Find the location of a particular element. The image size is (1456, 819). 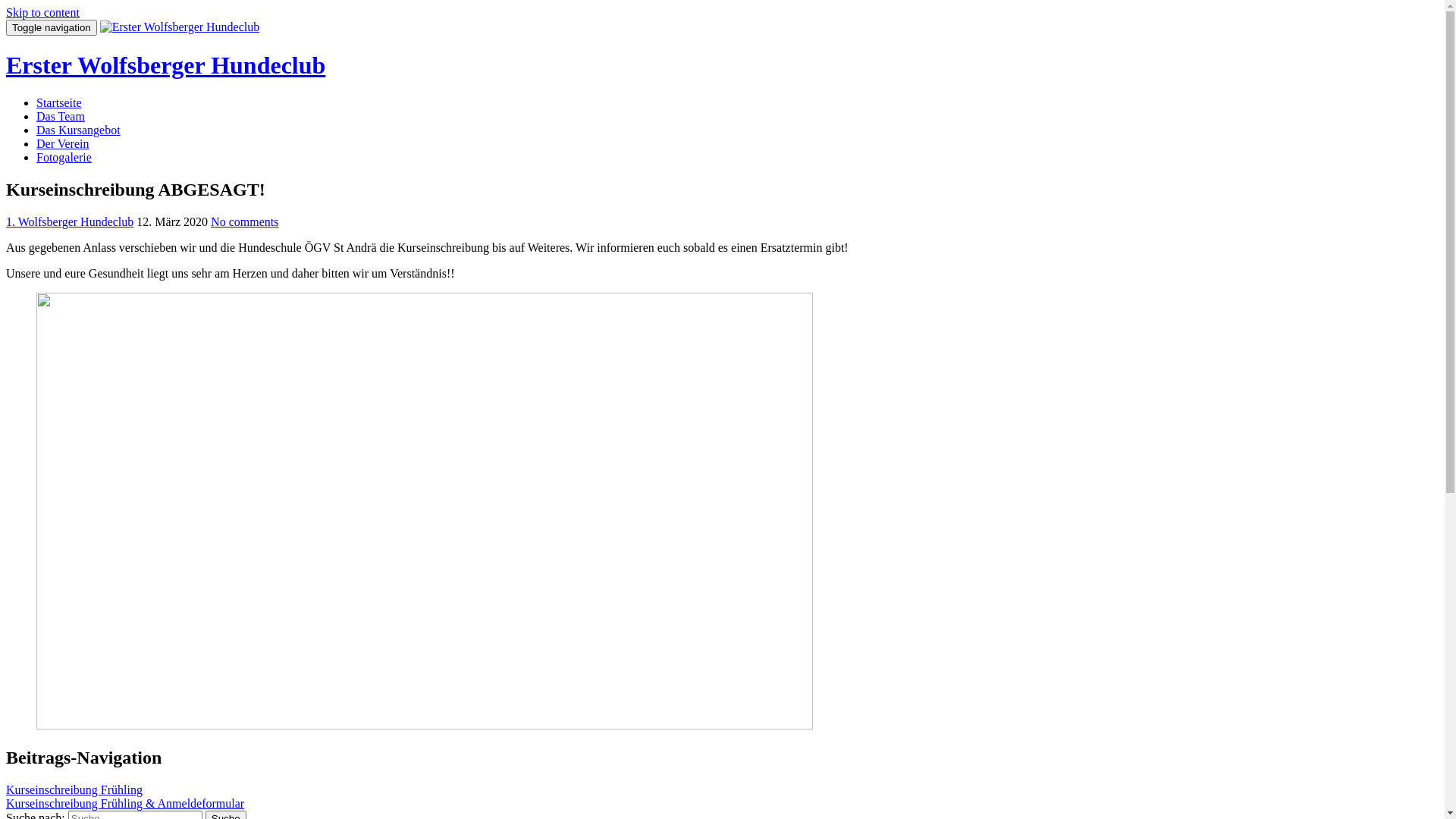

'No comments' is located at coordinates (244, 221).